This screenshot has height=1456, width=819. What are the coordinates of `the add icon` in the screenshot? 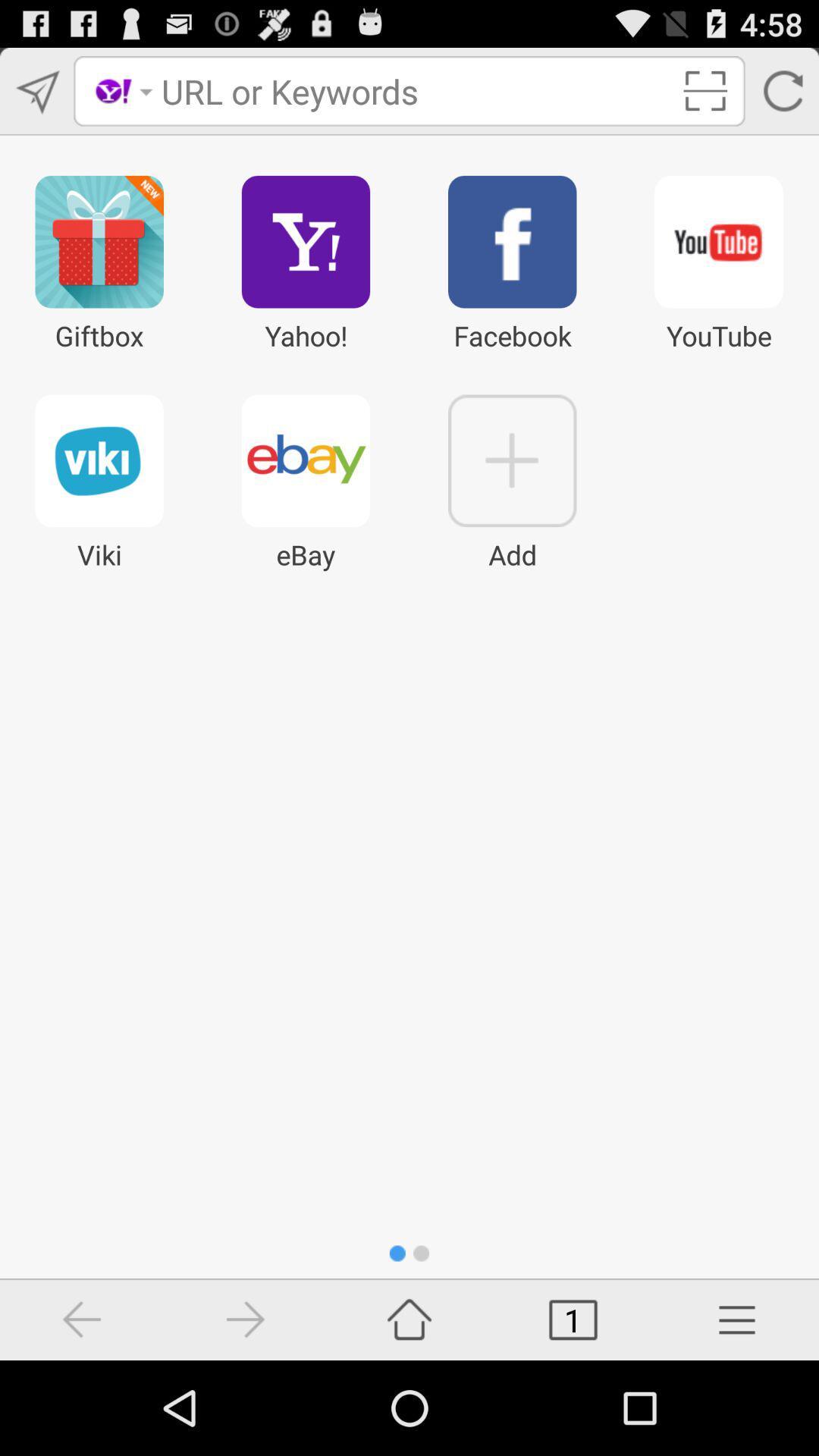 It's located at (512, 507).